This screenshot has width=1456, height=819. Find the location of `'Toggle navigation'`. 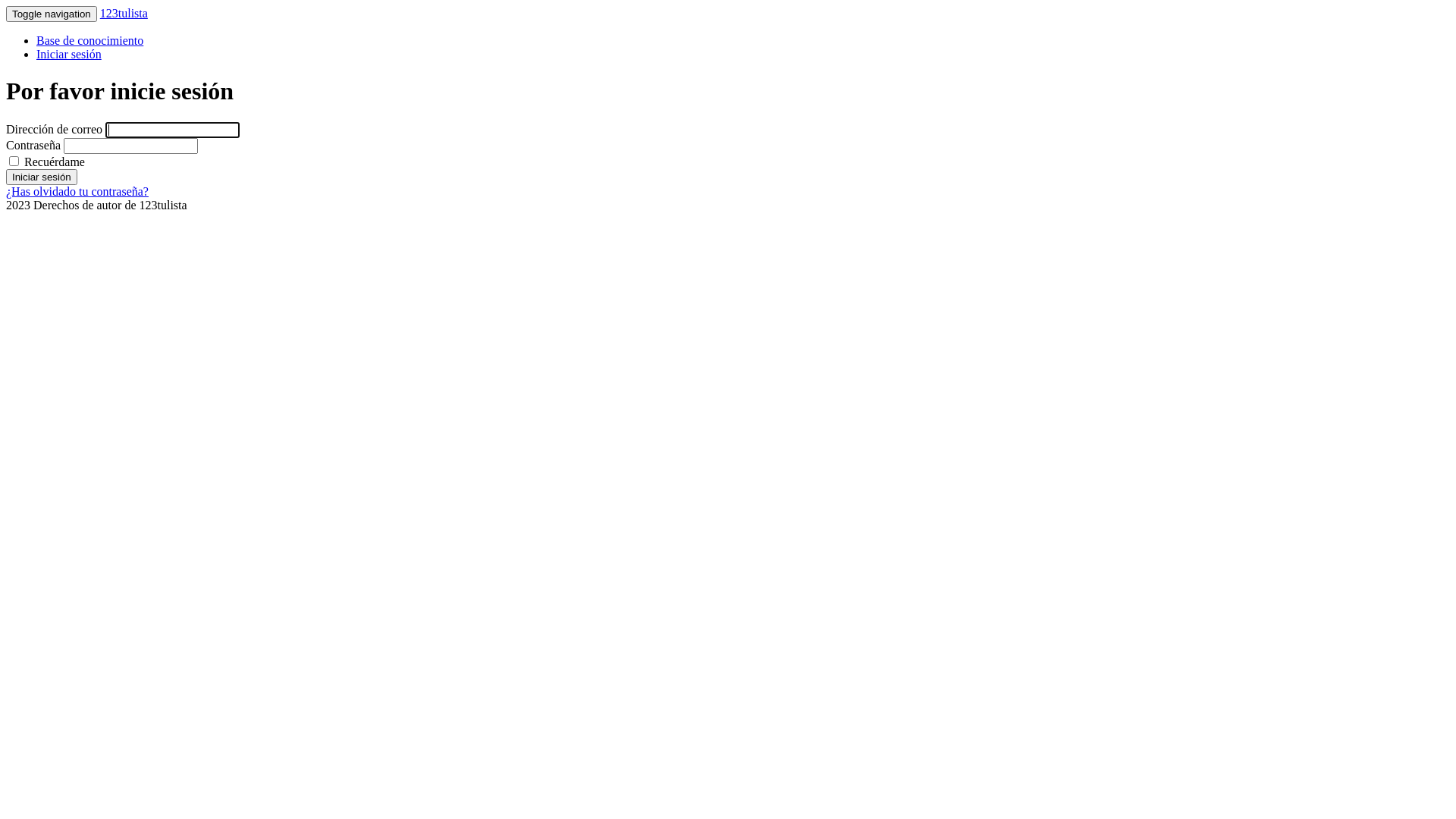

'Toggle navigation' is located at coordinates (51, 14).